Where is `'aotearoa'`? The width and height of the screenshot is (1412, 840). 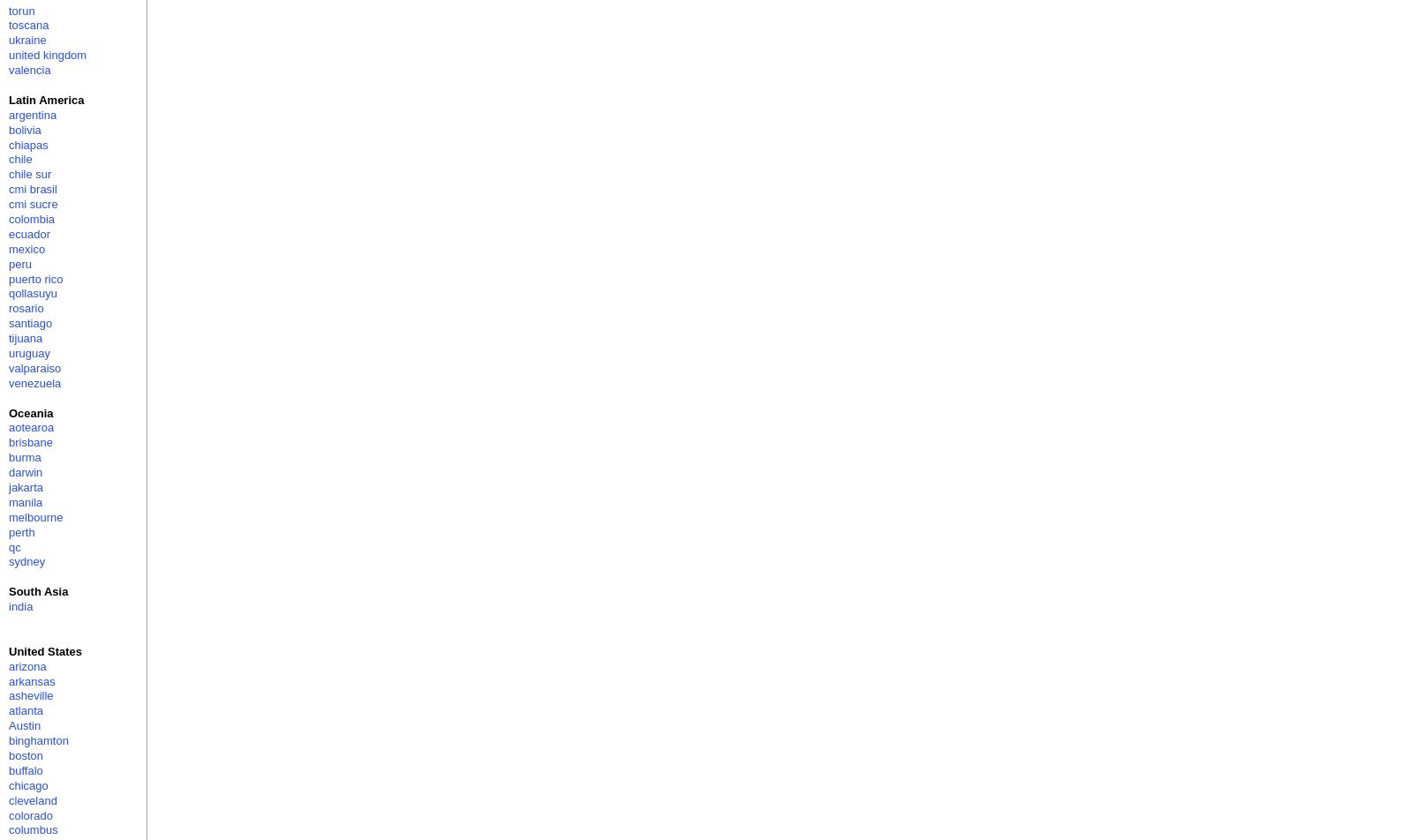 'aotearoa' is located at coordinates (8, 427).